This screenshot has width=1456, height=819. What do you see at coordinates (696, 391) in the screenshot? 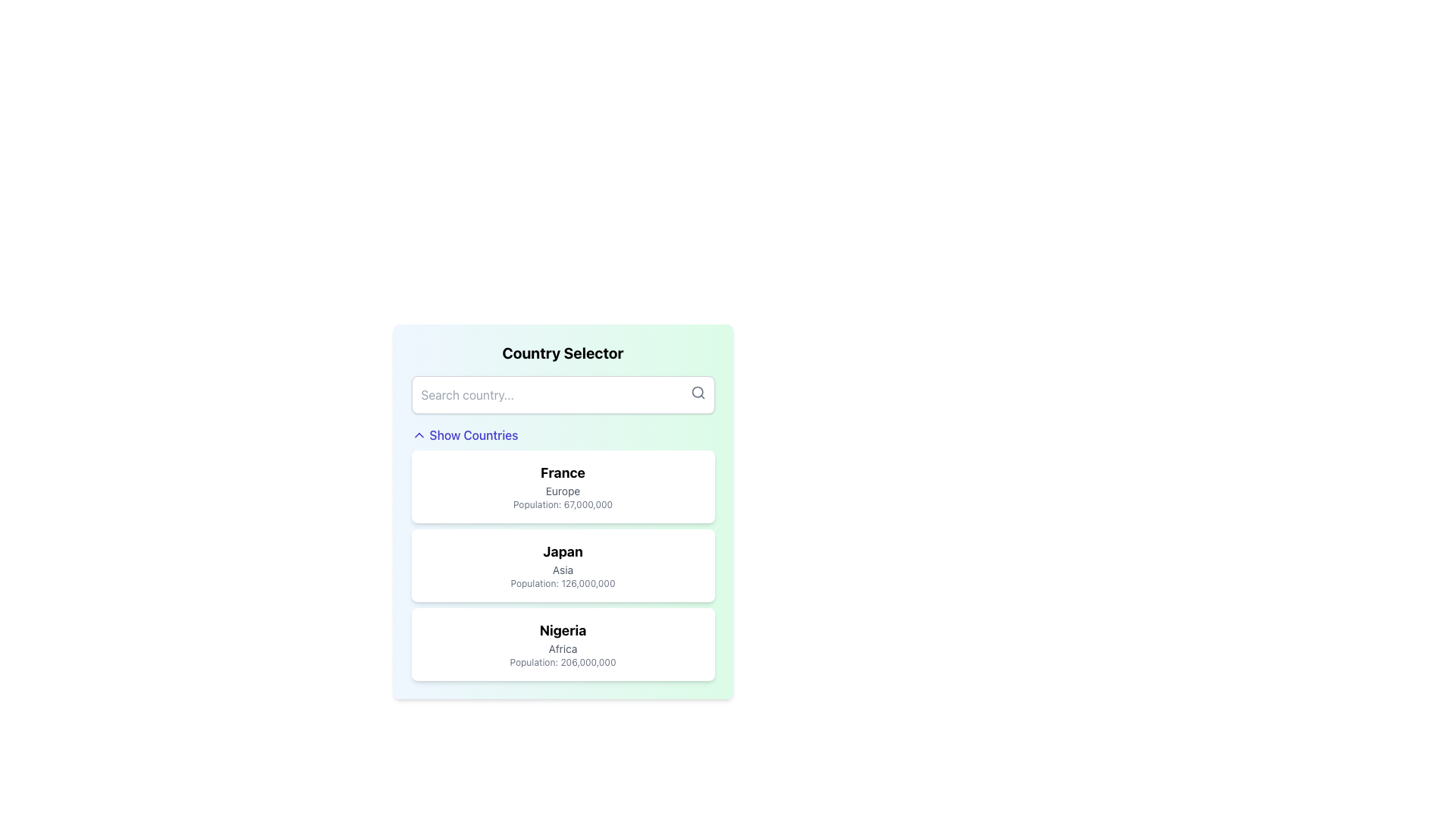
I see `inner circular component of the search icon located to the right of the search text input field by clicking on it` at bounding box center [696, 391].